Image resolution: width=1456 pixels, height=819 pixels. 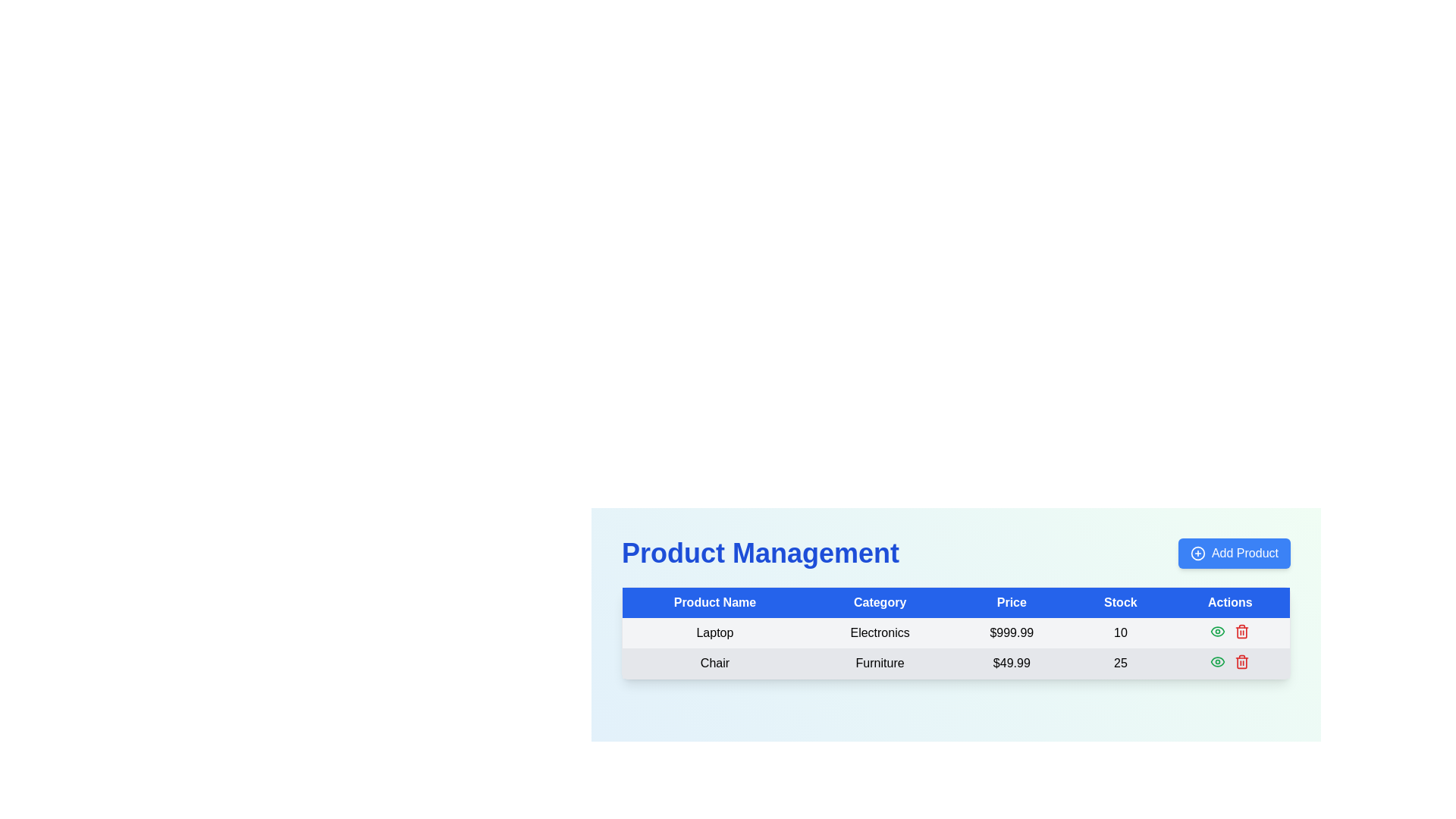 What do you see at coordinates (1120, 632) in the screenshot?
I see `the static text element representing the stock quantity for 'Laptop' located in the 'Stock' column of the first row in the 'Product Management' section` at bounding box center [1120, 632].